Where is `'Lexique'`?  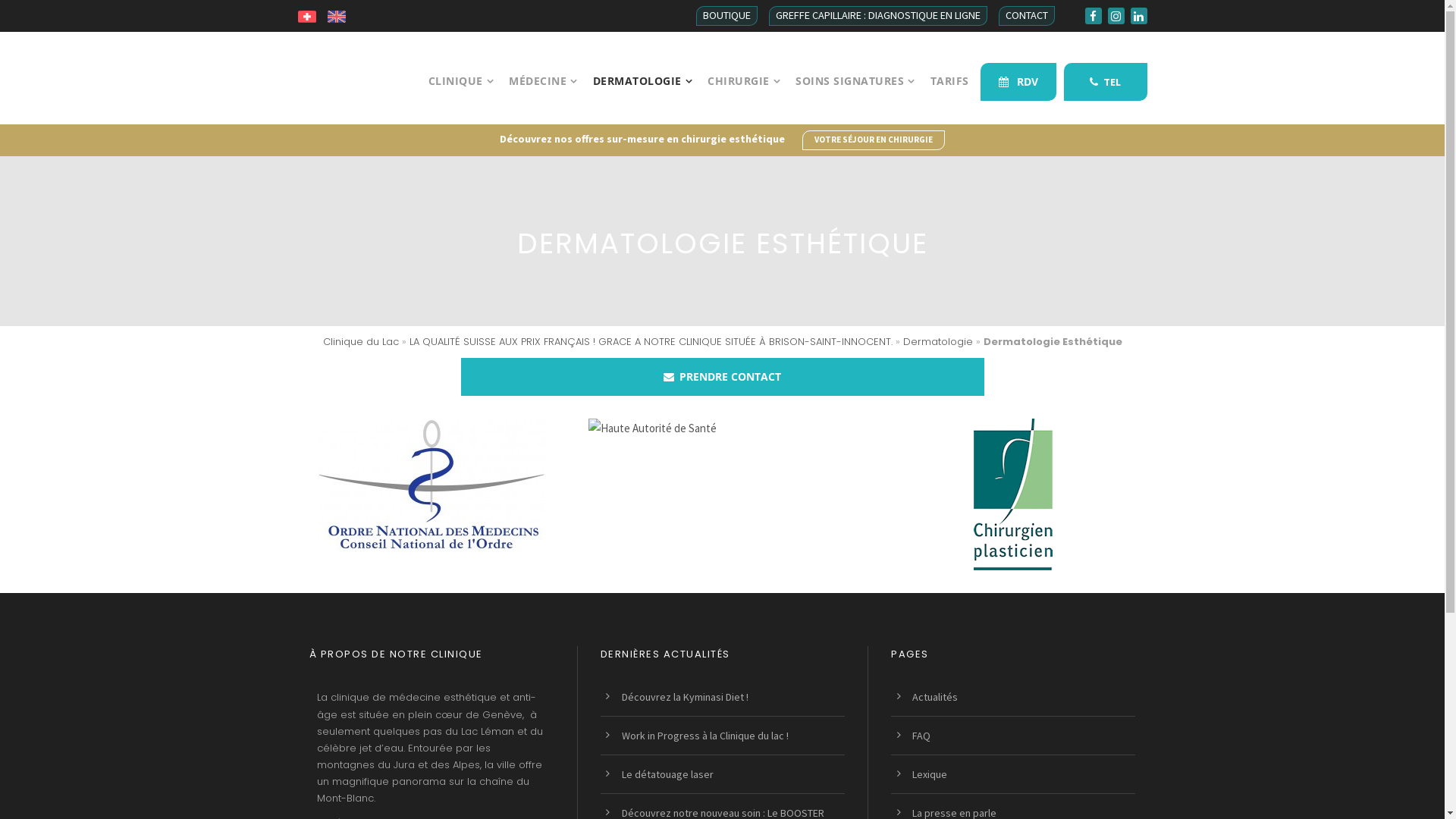 'Lexique' is located at coordinates (928, 774).